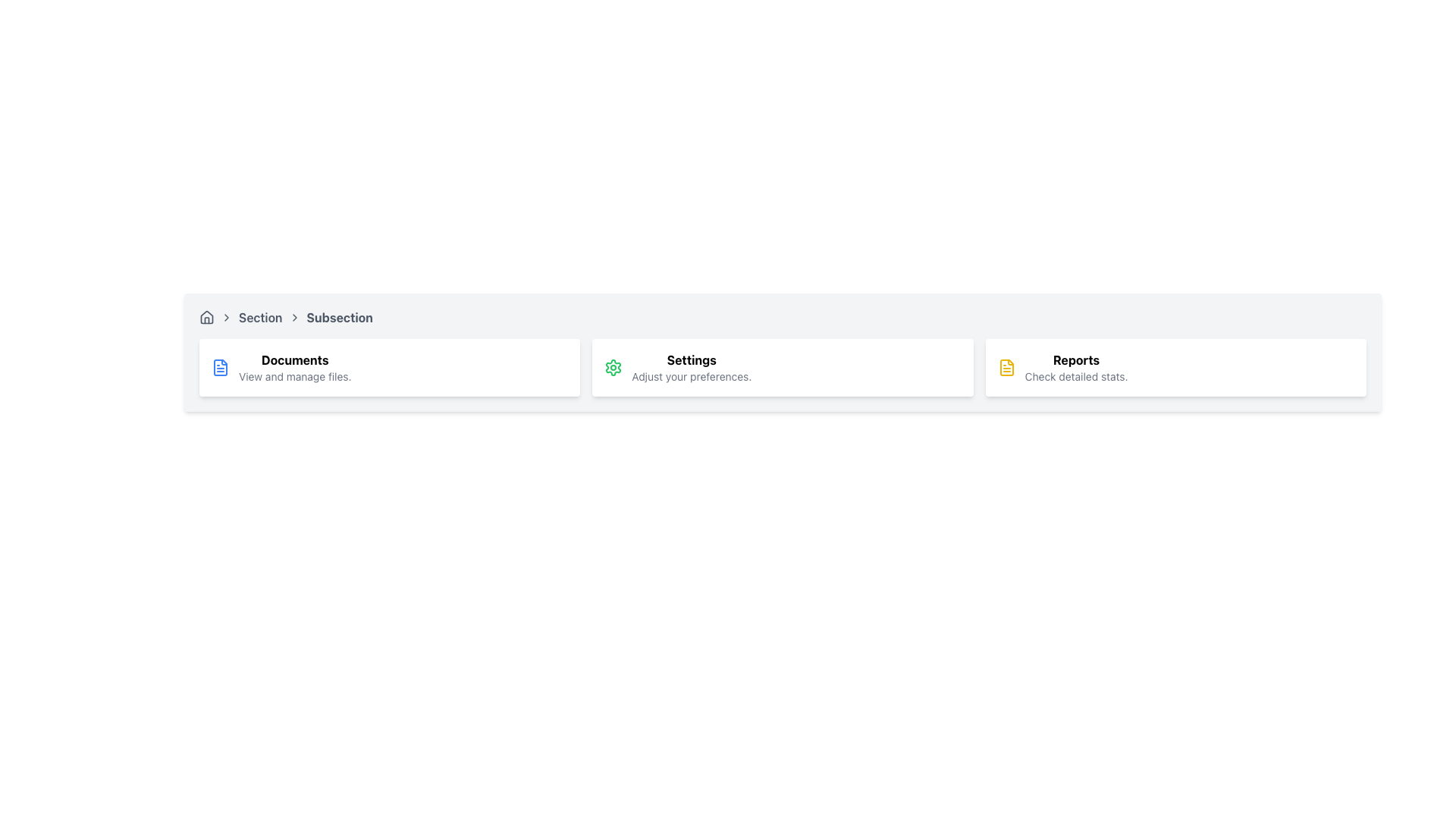 The height and width of the screenshot is (819, 1456). I want to click on the static text label indicating the current subsection of the navigation hierarchy, which is positioned to the right of the text labeled 'Section' in the breadcrumb navigation, so click(339, 317).